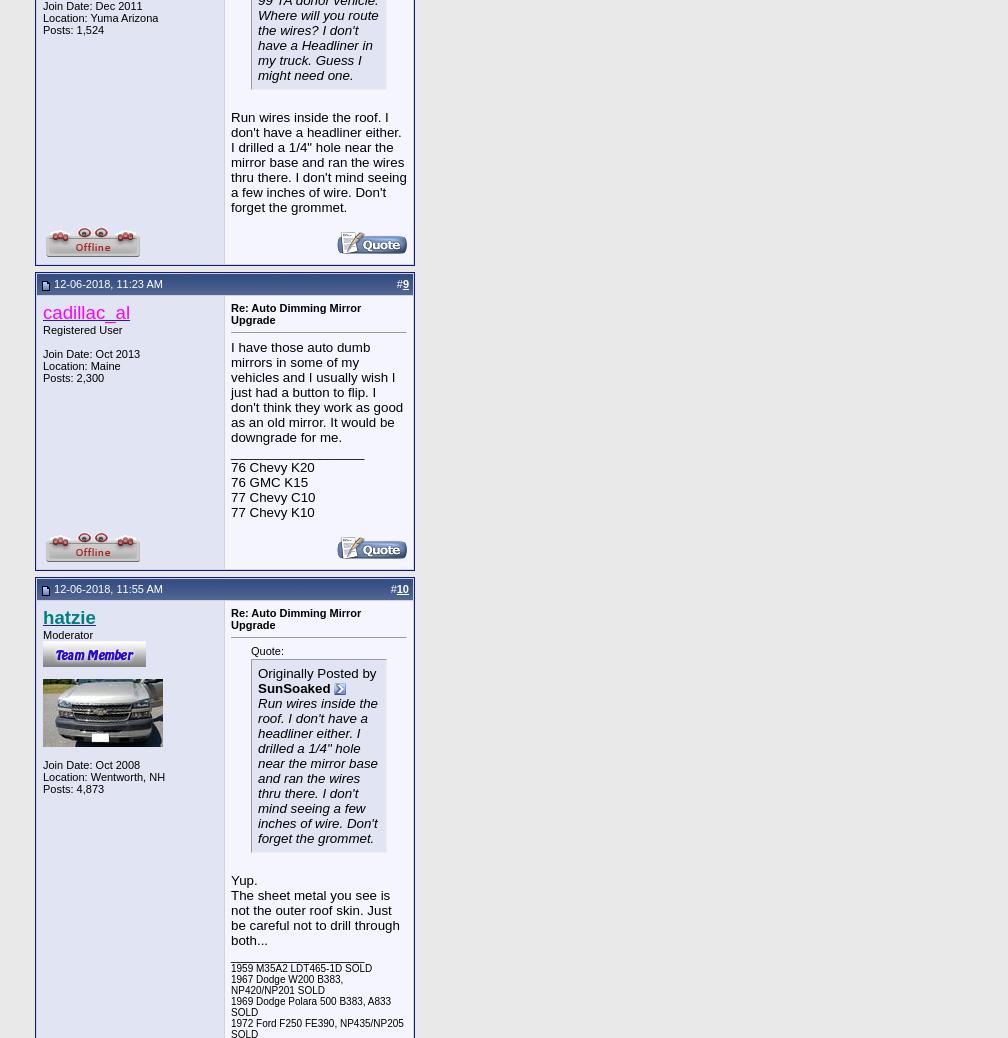 The width and height of the screenshot is (1008, 1038). I want to click on '12-06-2018, 11:23 AM', so click(106, 283).